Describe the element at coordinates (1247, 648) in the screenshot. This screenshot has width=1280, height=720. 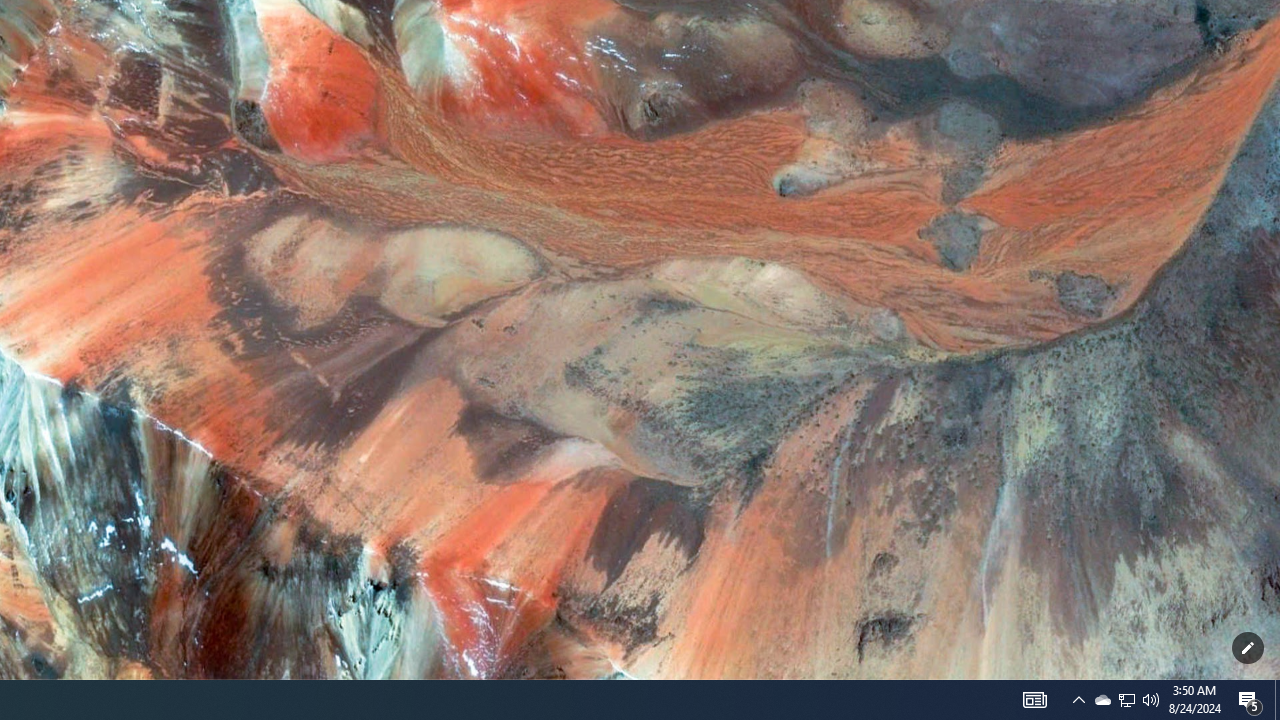
I see `'Customize this page'` at that location.